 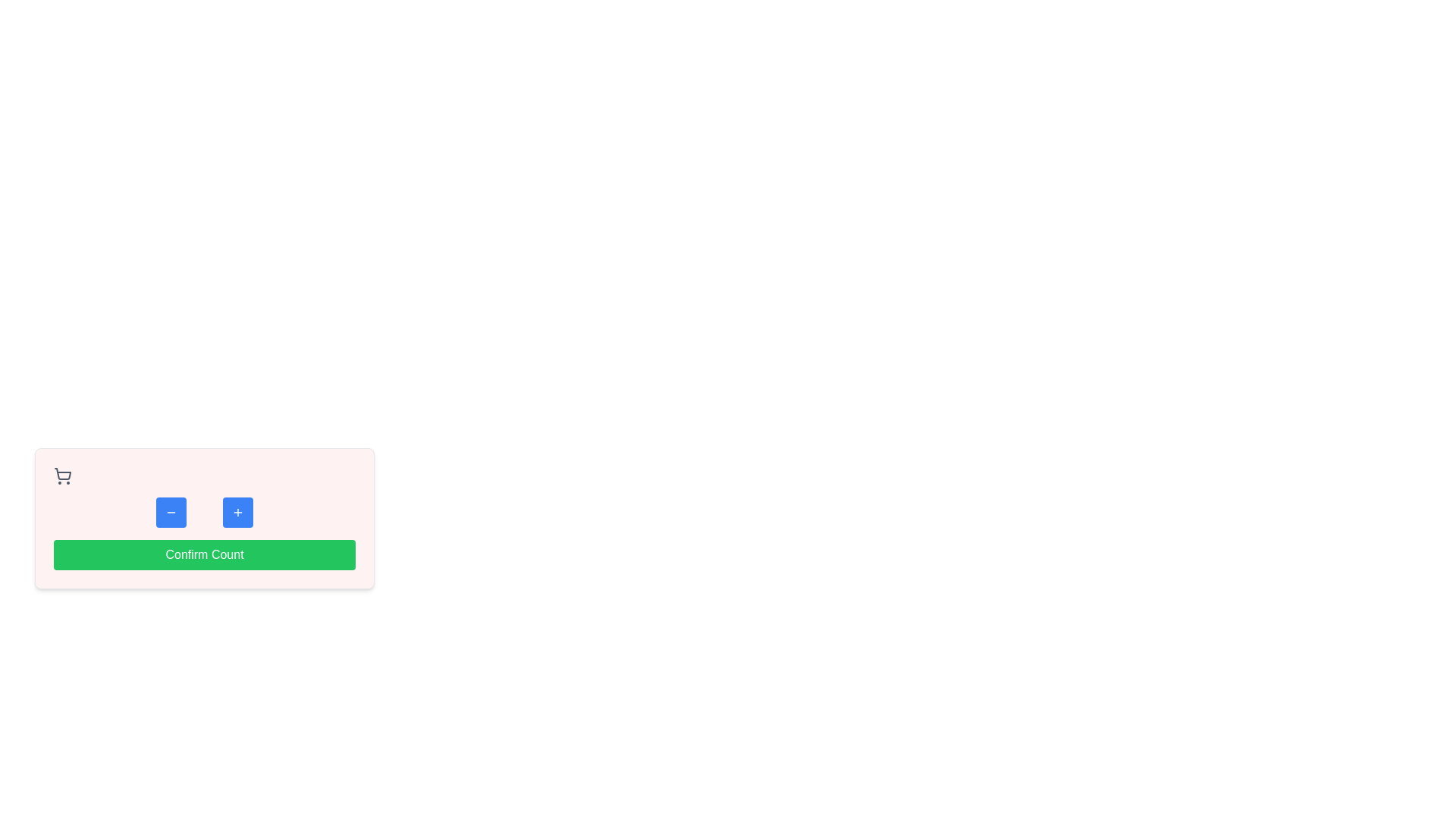 What do you see at coordinates (171, 512) in the screenshot?
I see `the leftmost blue square button with a minus symbol` at bounding box center [171, 512].